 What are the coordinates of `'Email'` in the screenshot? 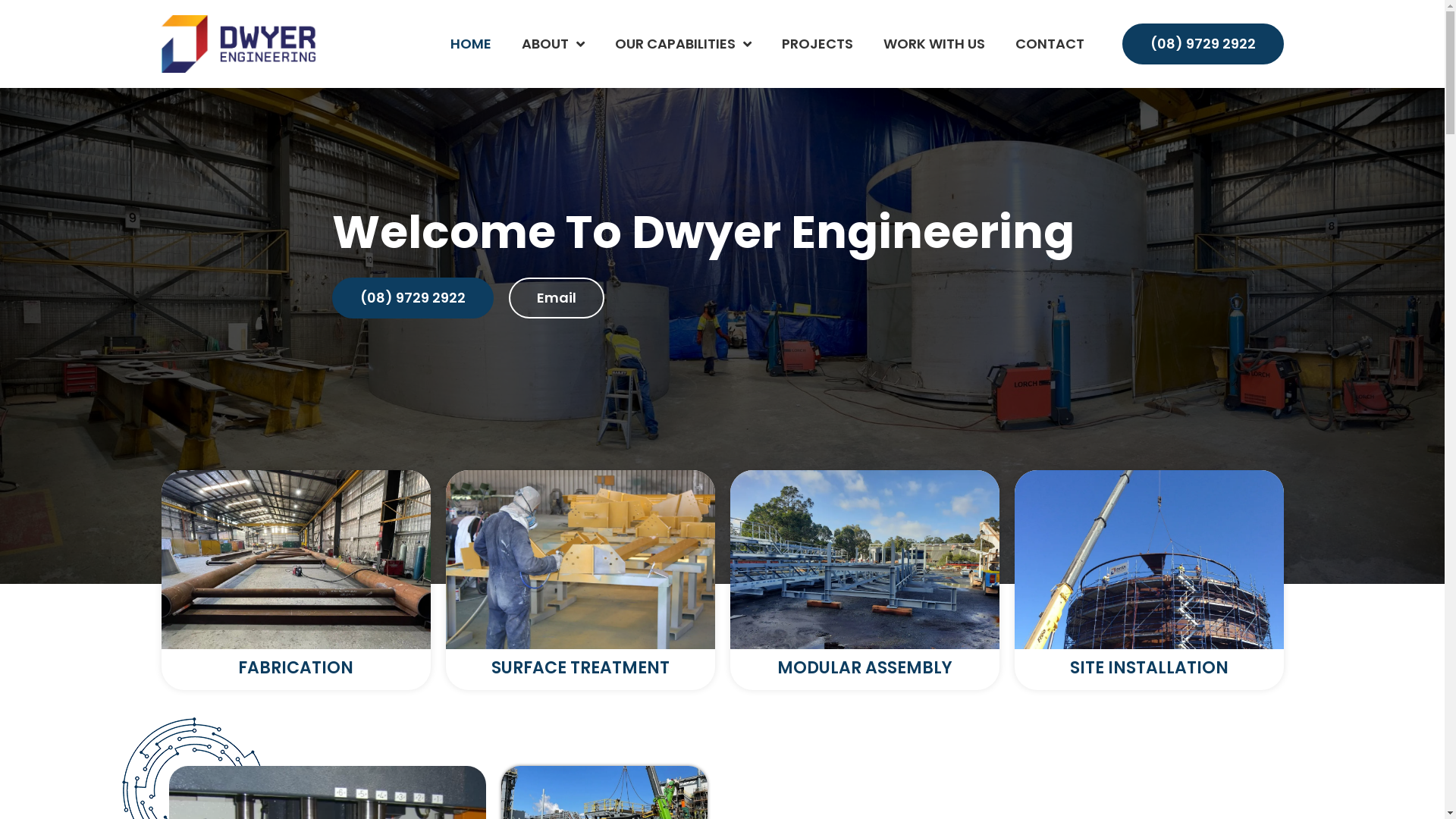 It's located at (508, 298).